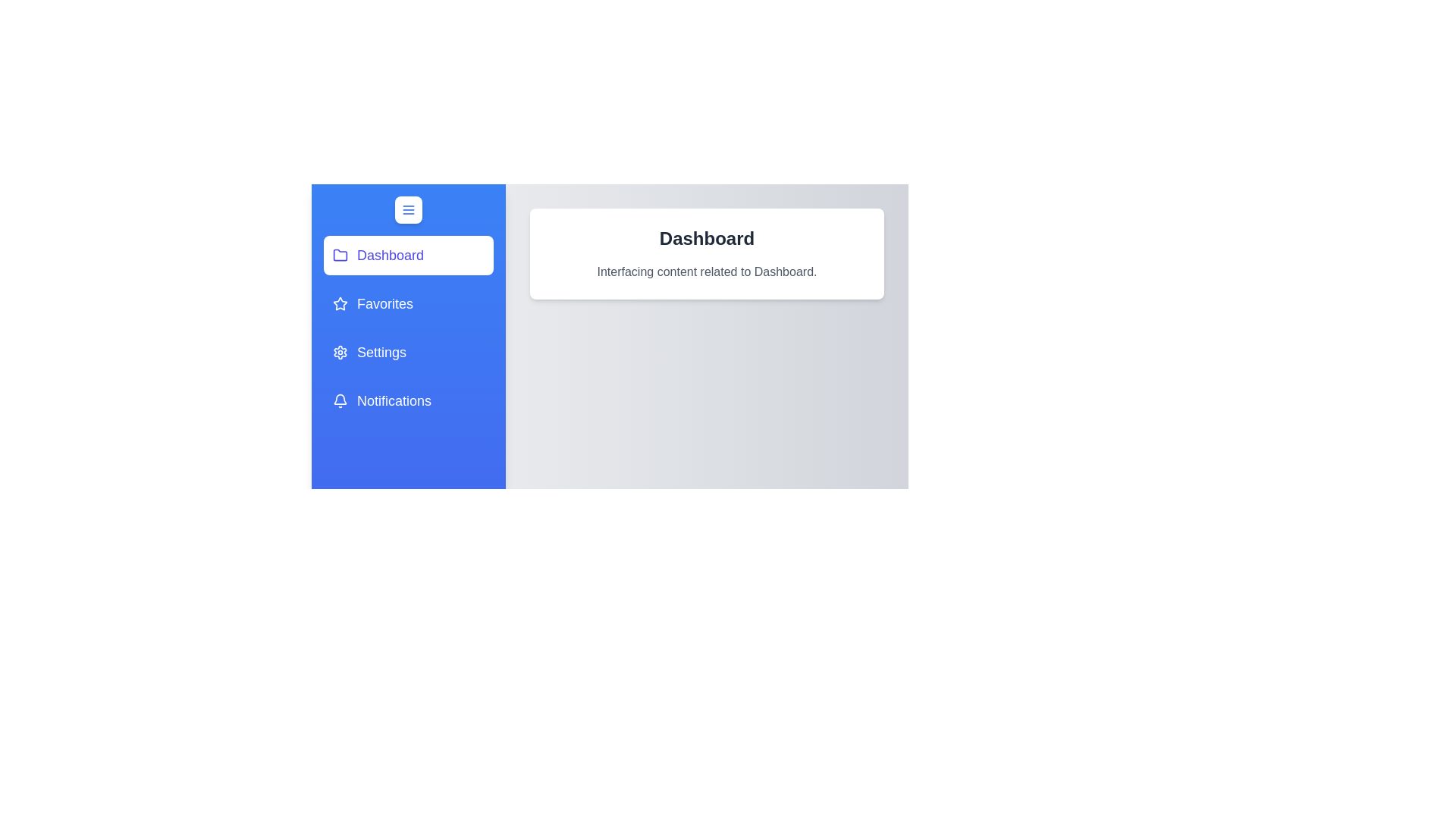 The image size is (1456, 819). What do you see at coordinates (408, 304) in the screenshot?
I see `the menu item Favorites from the drawer` at bounding box center [408, 304].